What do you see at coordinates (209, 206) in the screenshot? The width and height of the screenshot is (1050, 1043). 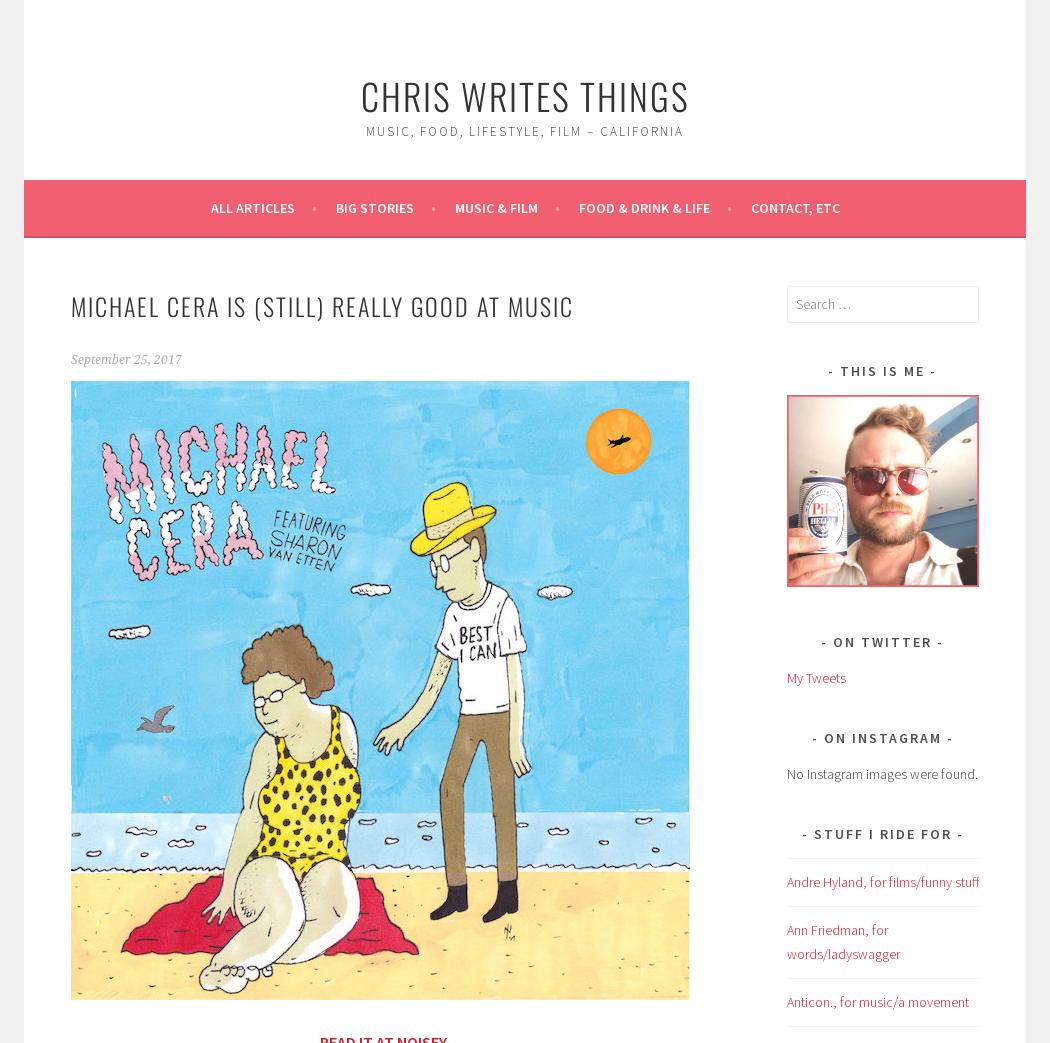 I see `'All Articles'` at bounding box center [209, 206].